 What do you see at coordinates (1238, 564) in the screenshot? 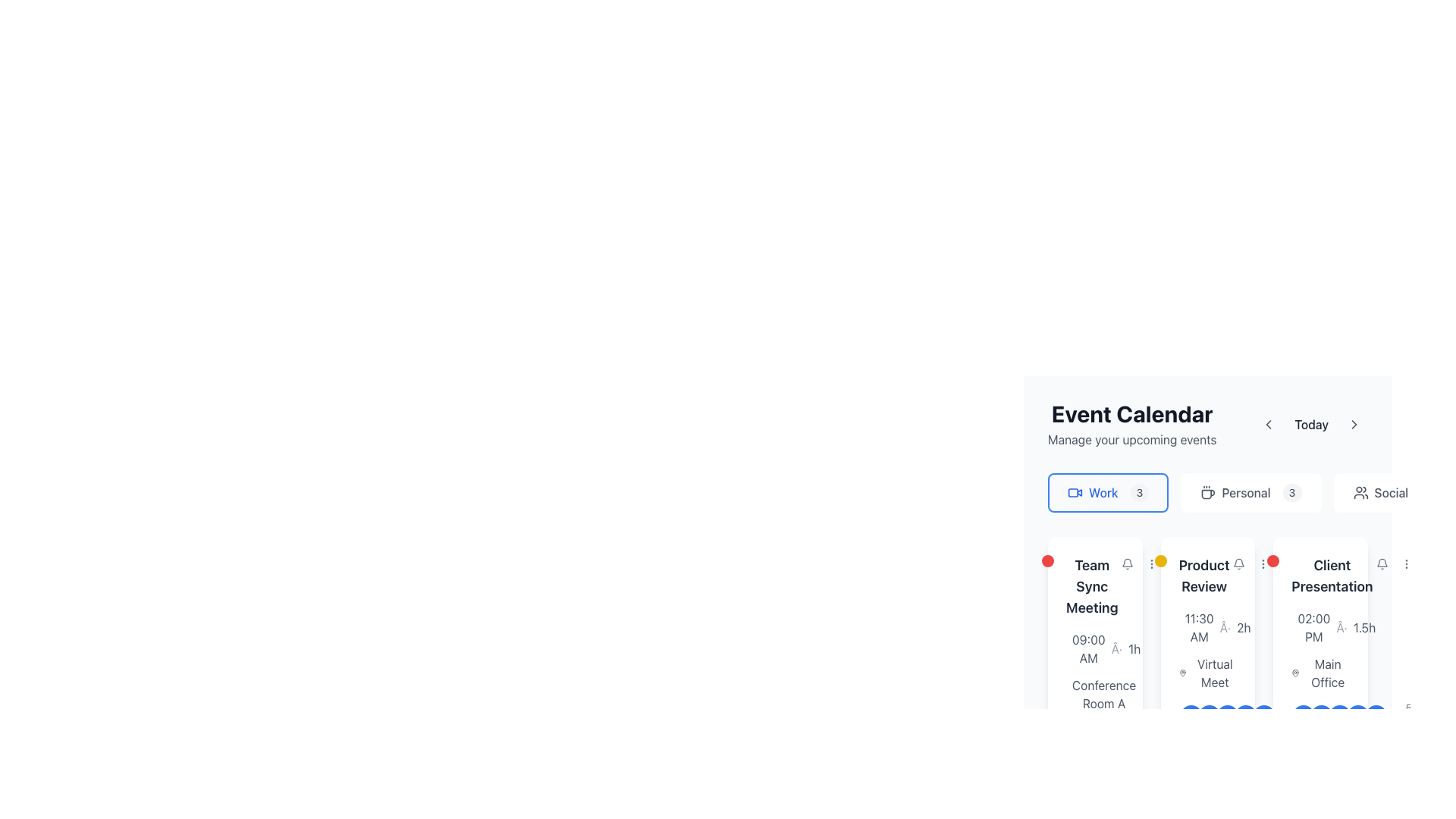
I see `the notification icon located at the top center of the panel` at bounding box center [1238, 564].